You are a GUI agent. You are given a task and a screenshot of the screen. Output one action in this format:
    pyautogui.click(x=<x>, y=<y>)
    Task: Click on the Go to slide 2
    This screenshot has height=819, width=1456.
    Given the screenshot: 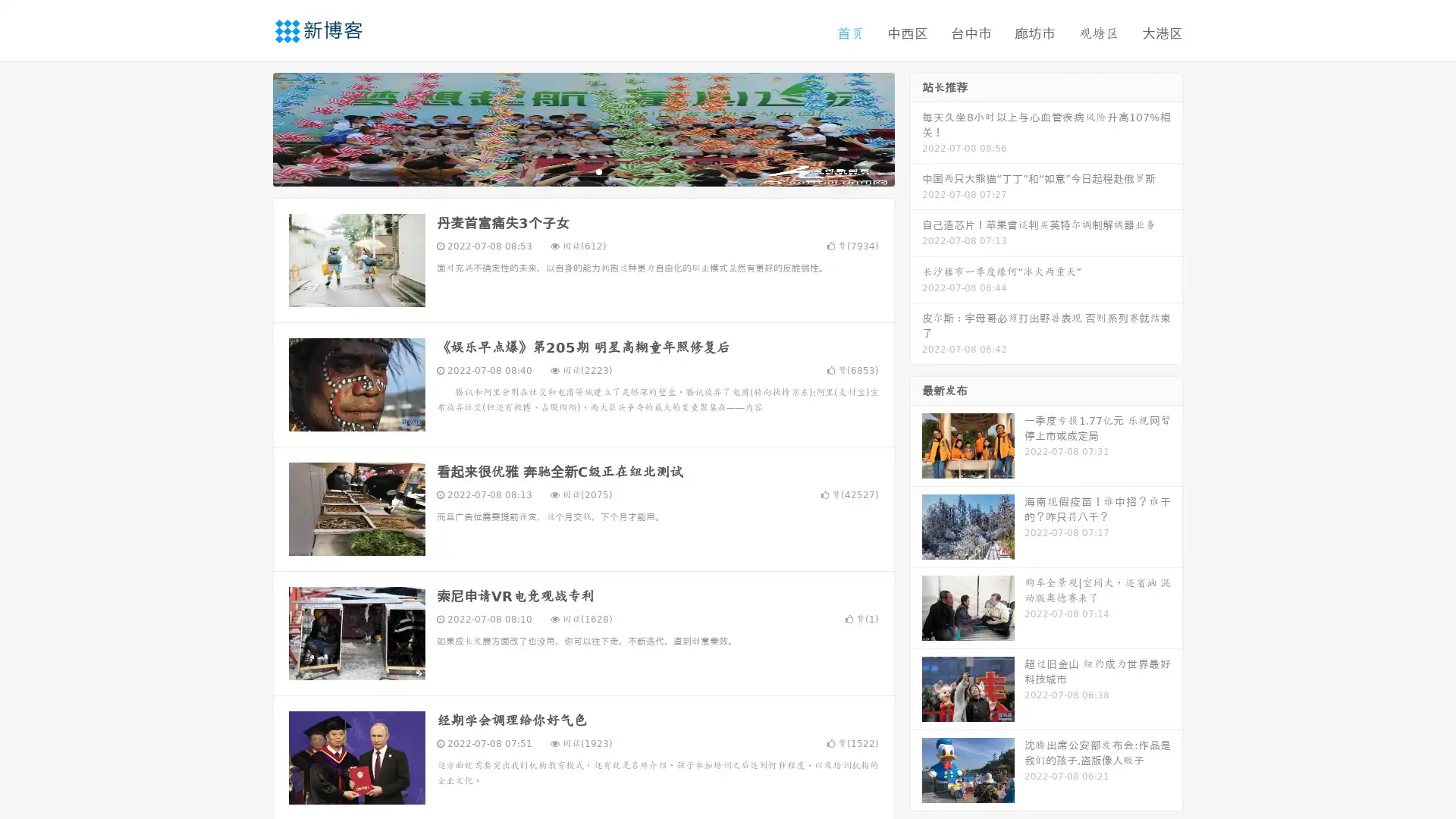 What is the action you would take?
    pyautogui.click(x=582, y=171)
    